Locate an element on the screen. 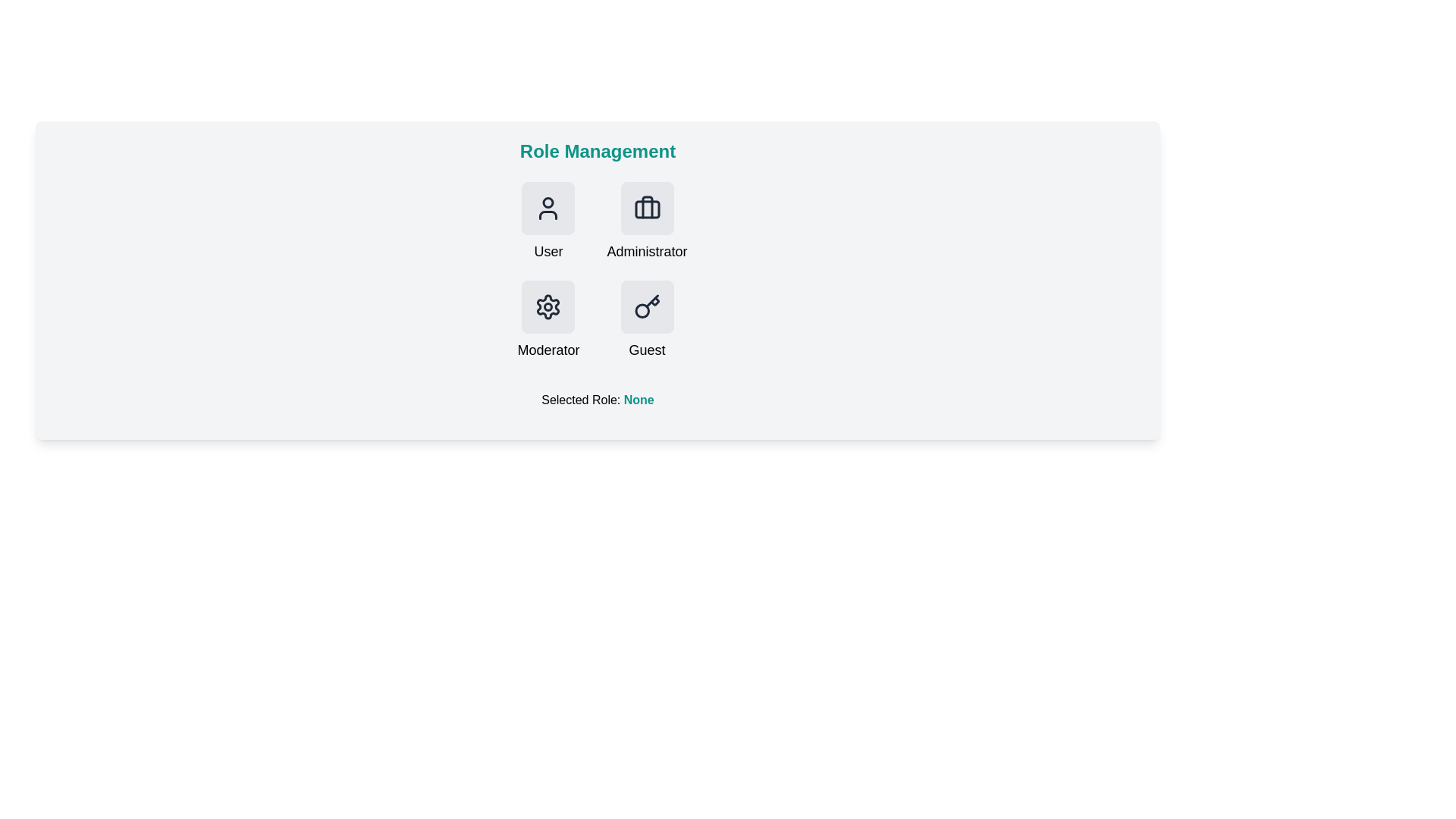  the interactive tile in the Role Management grid is located at coordinates (597, 271).